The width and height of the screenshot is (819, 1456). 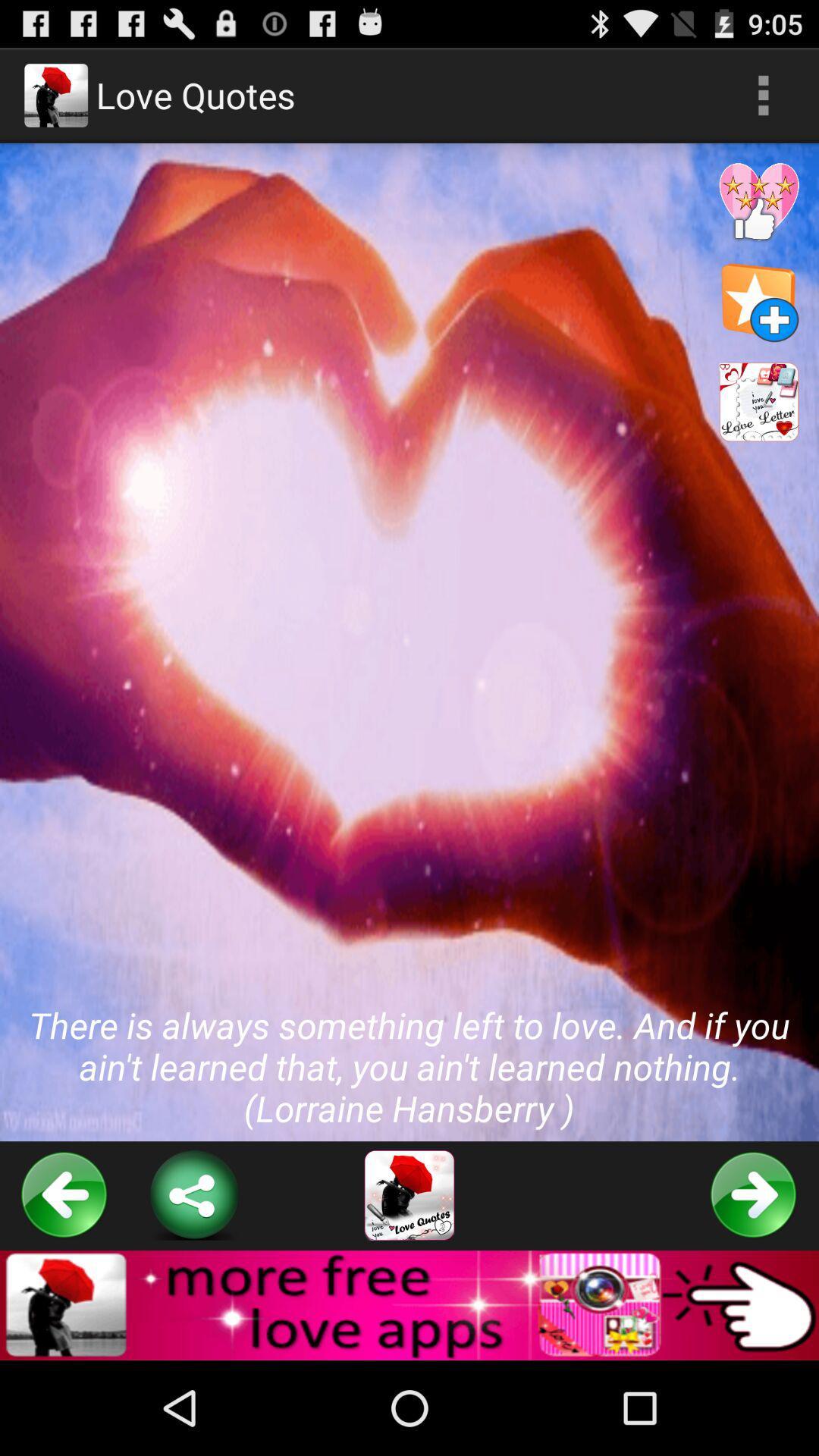 I want to click on icon at the center, so click(x=409, y=642).